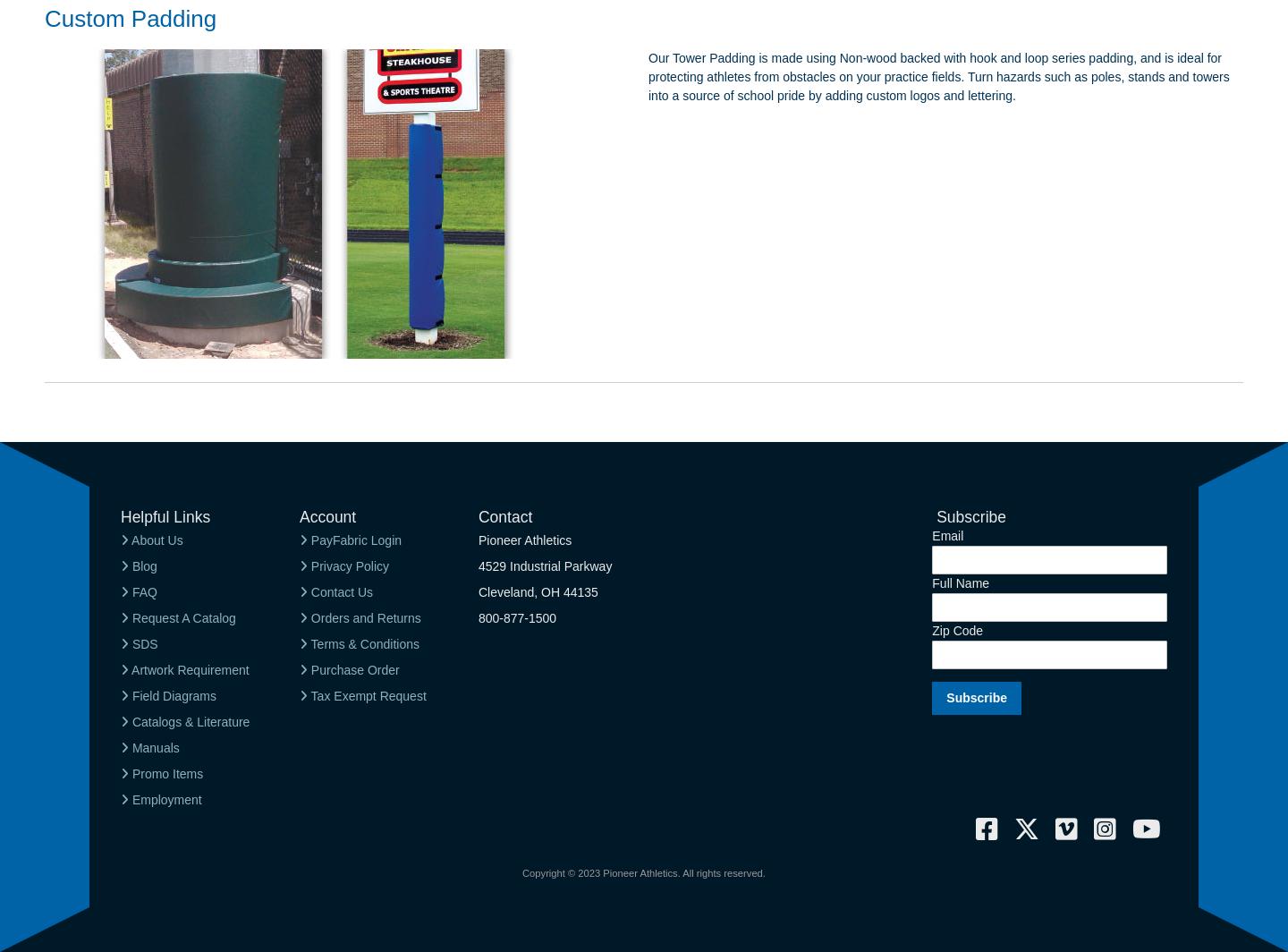  I want to click on 'Promo Items', so click(165, 772).